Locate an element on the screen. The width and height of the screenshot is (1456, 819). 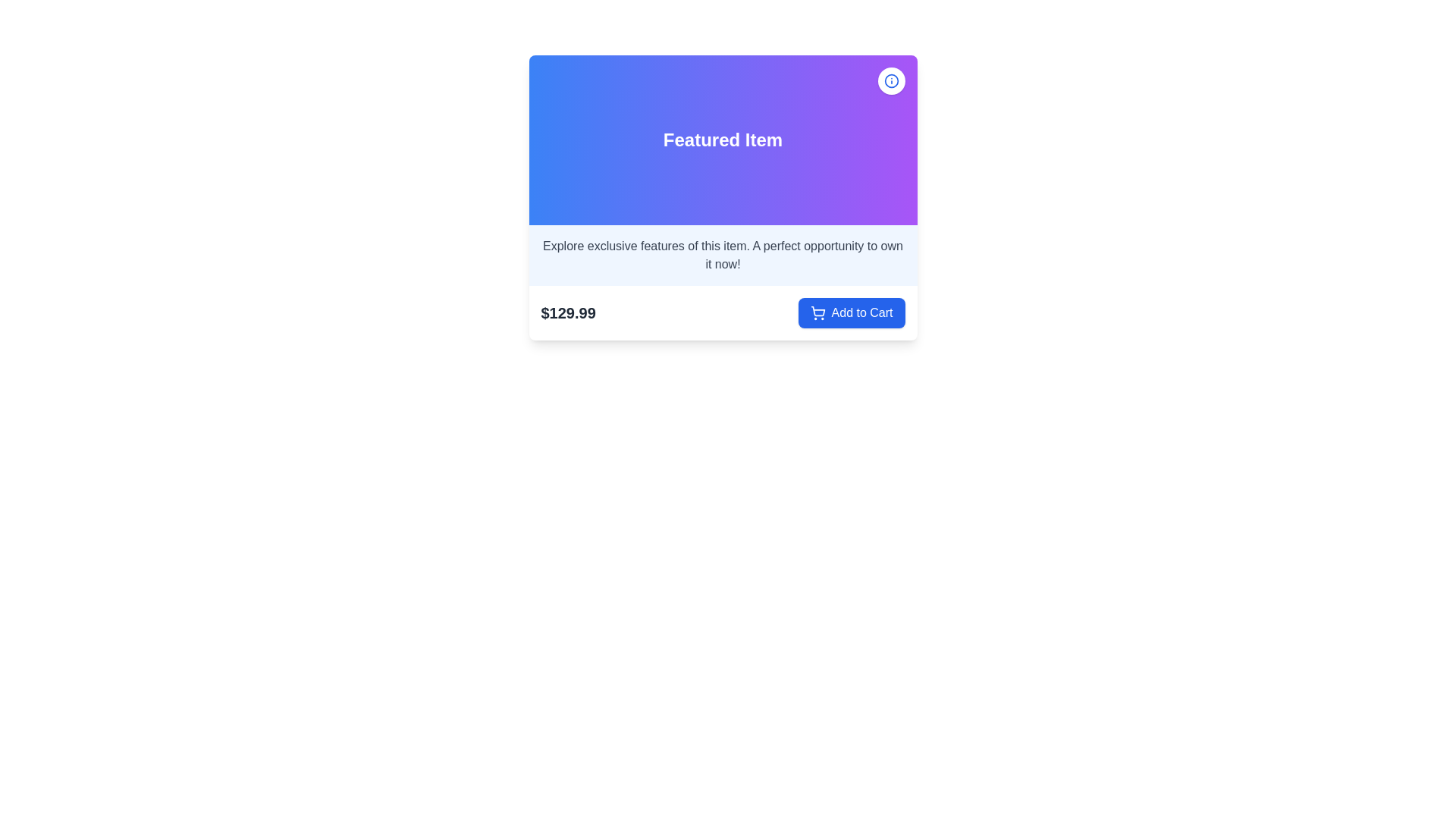
the price displayed in the text label element showing '$129.99' is located at coordinates (567, 312).